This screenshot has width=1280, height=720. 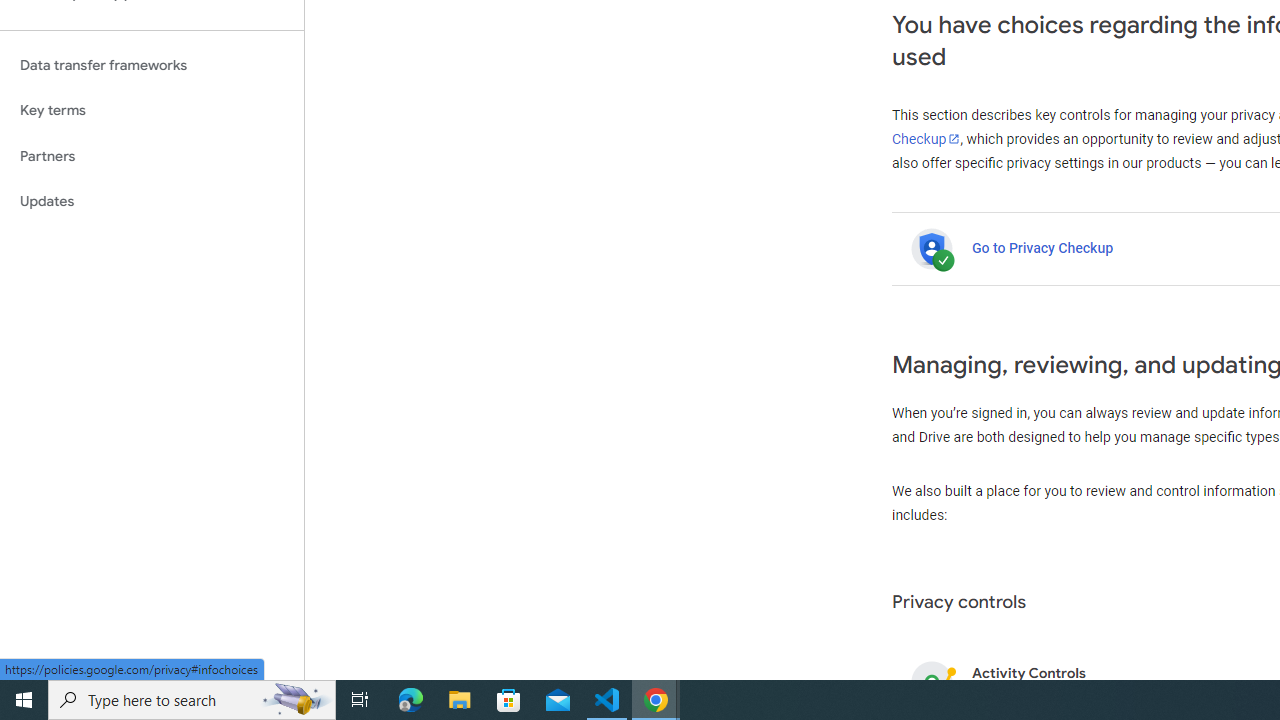 I want to click on 'Data transfer frameworks', so click(x=151, y=64).